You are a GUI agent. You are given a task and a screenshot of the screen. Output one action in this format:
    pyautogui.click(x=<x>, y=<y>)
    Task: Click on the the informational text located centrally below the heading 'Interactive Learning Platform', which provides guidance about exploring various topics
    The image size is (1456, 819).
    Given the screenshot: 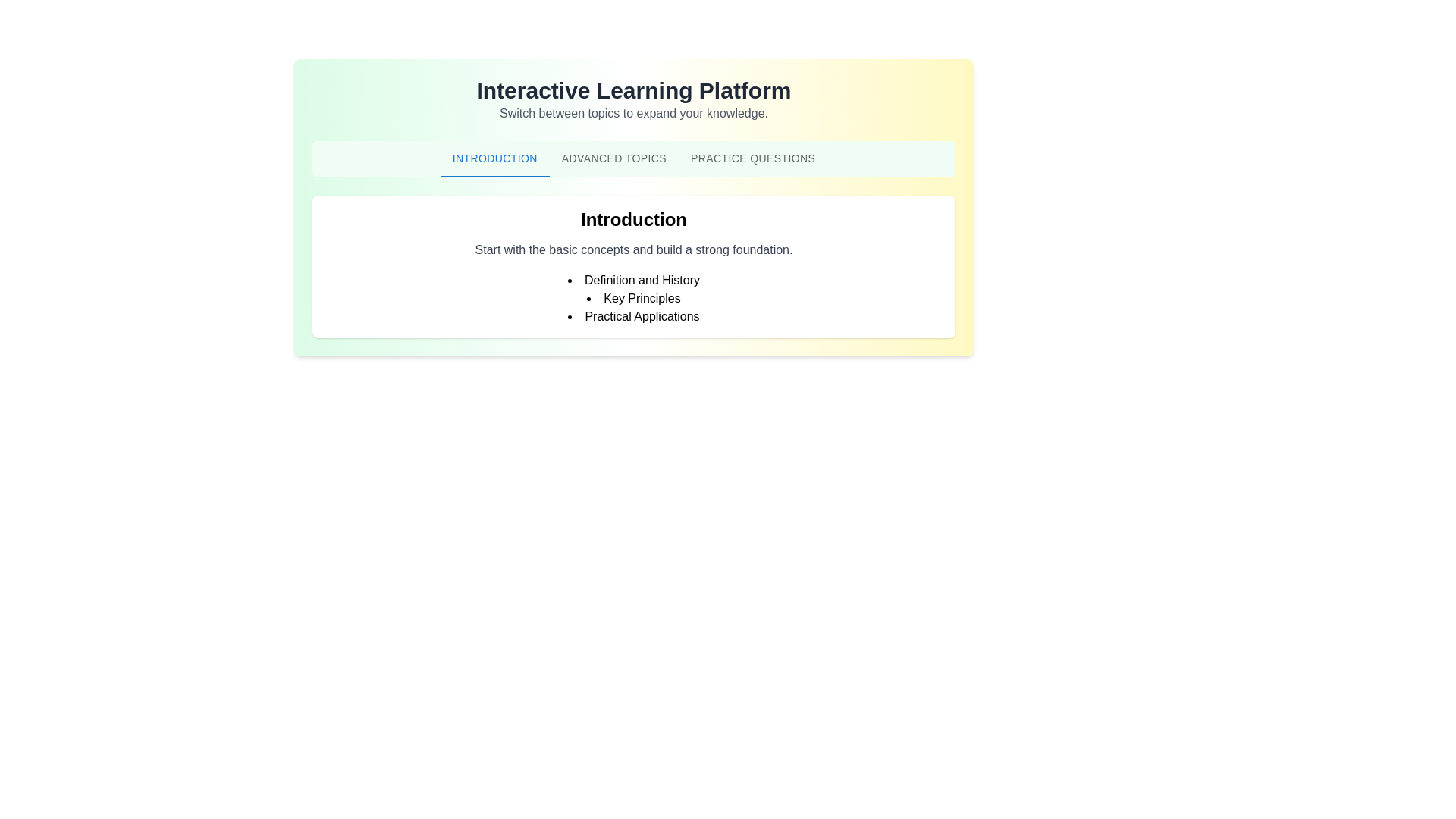 What is the action you would take?
    pyautogui.click(x=633, y=113)
    